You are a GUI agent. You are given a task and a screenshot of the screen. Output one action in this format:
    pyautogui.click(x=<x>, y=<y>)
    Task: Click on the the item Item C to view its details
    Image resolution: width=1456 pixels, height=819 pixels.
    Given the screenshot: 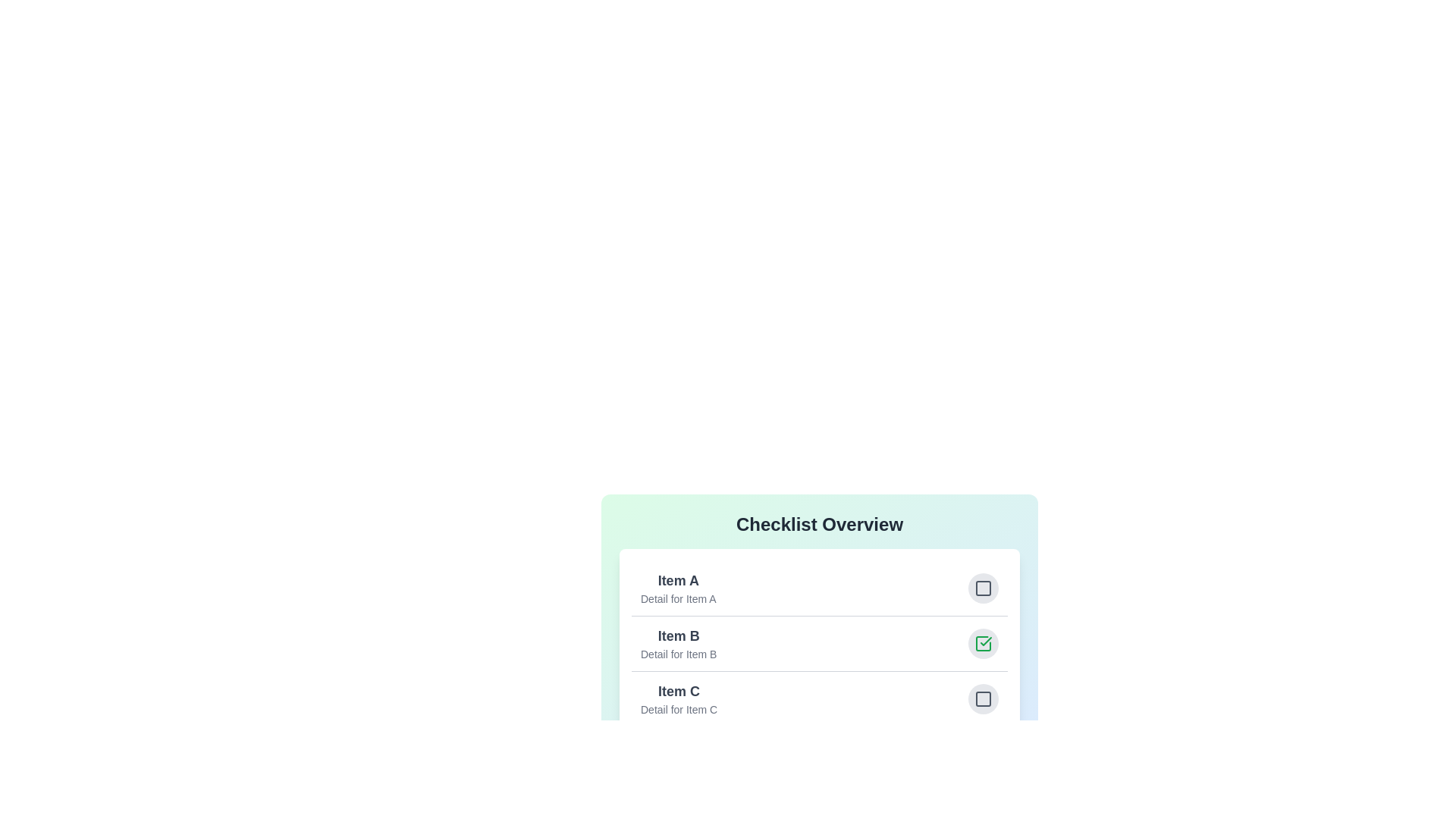 What is the action you would take?
    pyautogui.click(x=818, y=698)
    